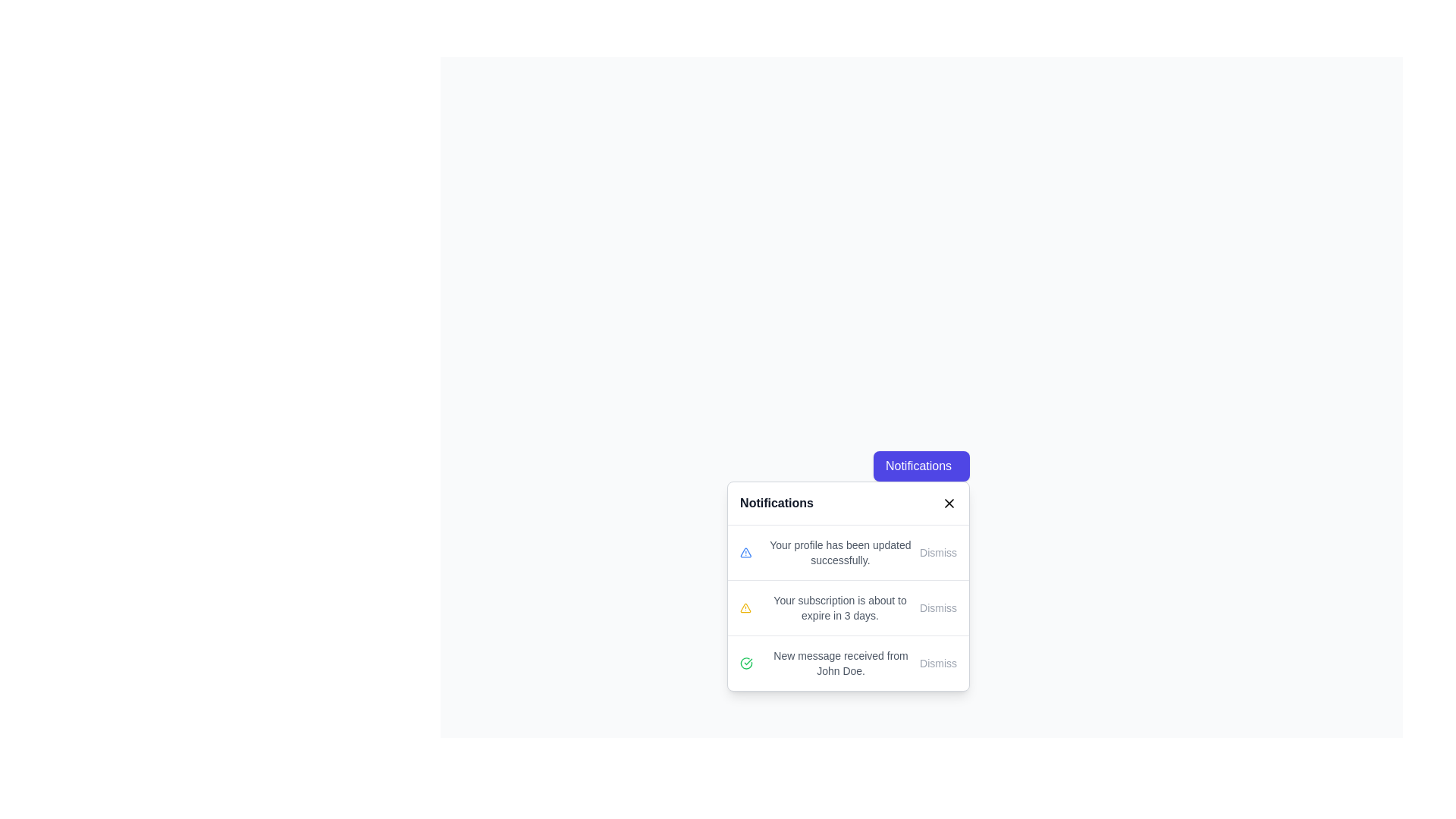 The image size is (1456, 819). Describe the element at coordinates (745, 553) in the screenshot. I see `the triangular warning icon with a blue border and white interior, which is the leftmost component of the first notification entry in the 'Notifications' popup window` at that location.